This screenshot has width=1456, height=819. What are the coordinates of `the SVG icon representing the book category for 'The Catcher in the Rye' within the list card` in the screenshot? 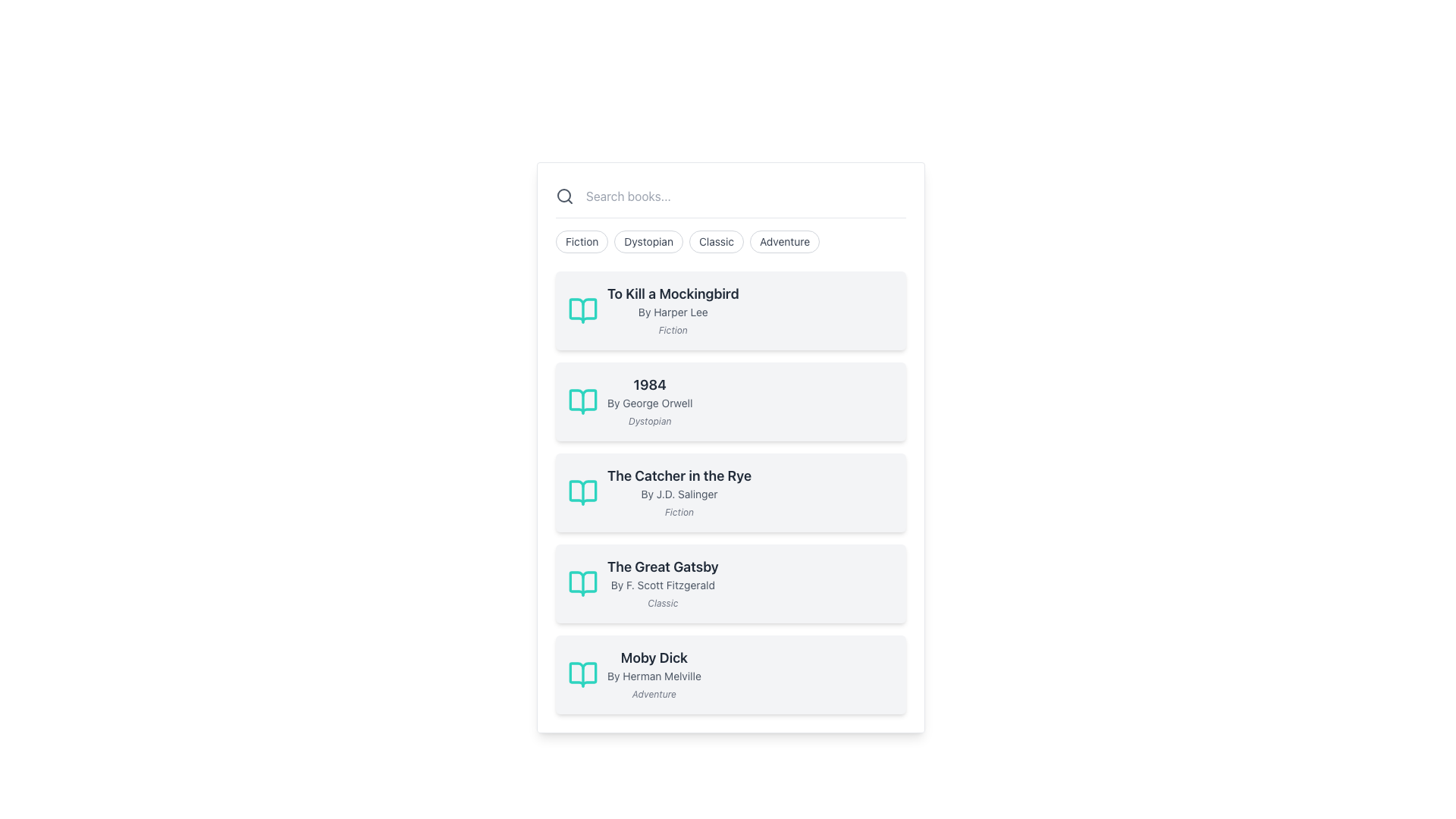 It's located at (582, 493).